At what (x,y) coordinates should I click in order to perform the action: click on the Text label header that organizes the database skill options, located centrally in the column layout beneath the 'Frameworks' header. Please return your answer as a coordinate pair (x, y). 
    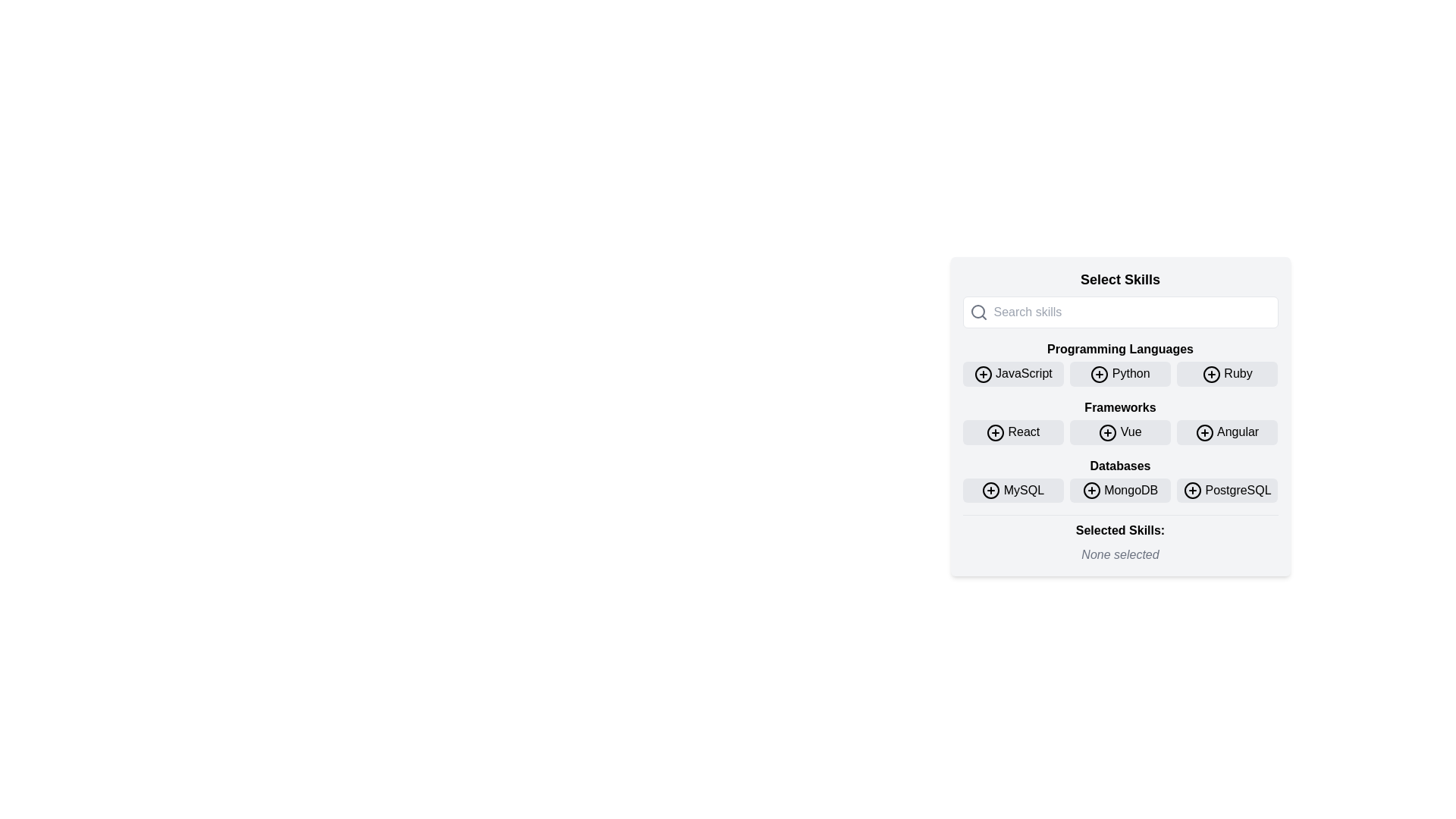
    Looking at the image, I should click on (1120, 465).